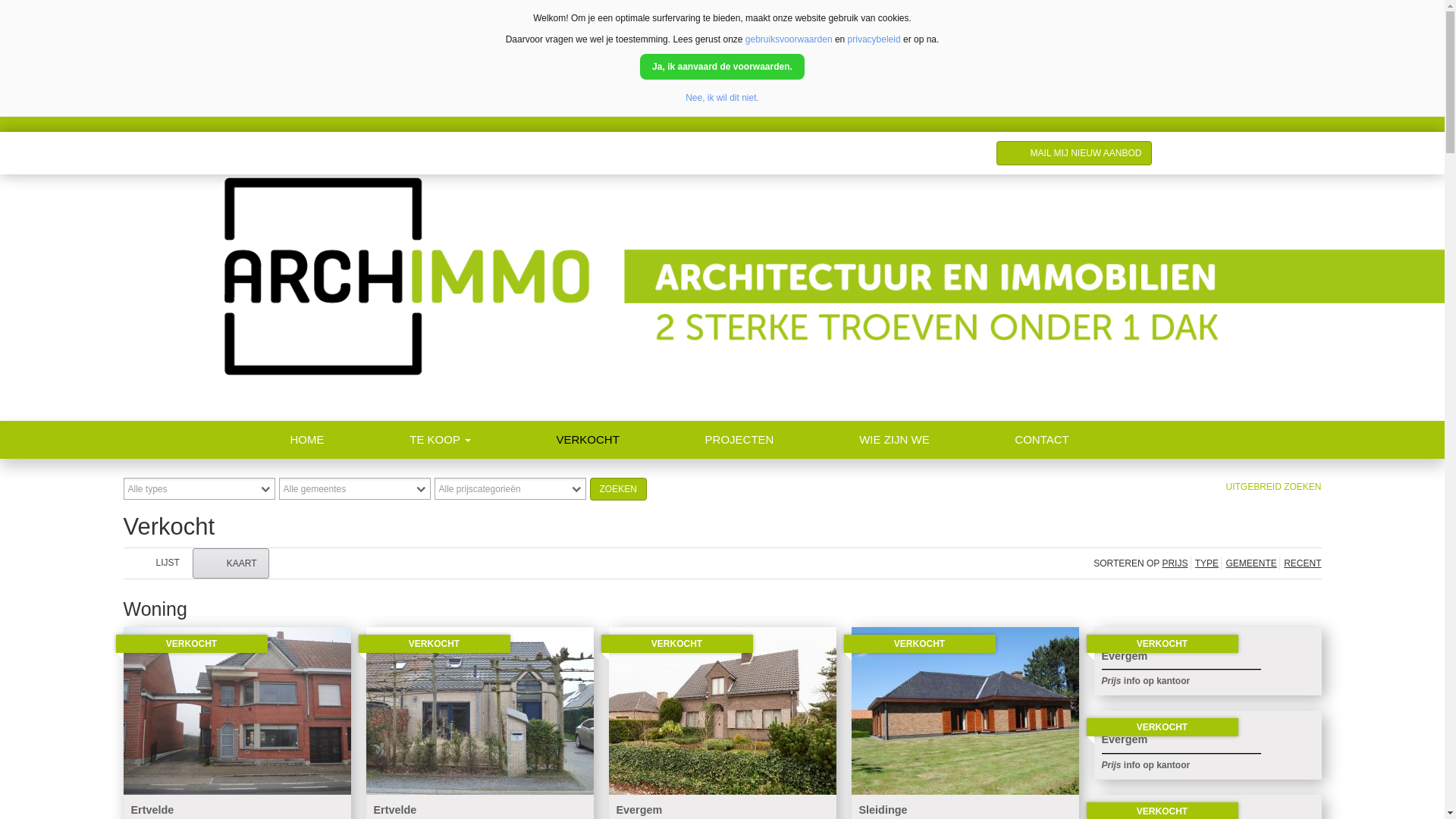 The height and width of the screenshot is (819, 1456). What do you see at coordinates (704, 439) in the screenshot?
I see `'PROJECTEN'` at bounding box center [704, 439].